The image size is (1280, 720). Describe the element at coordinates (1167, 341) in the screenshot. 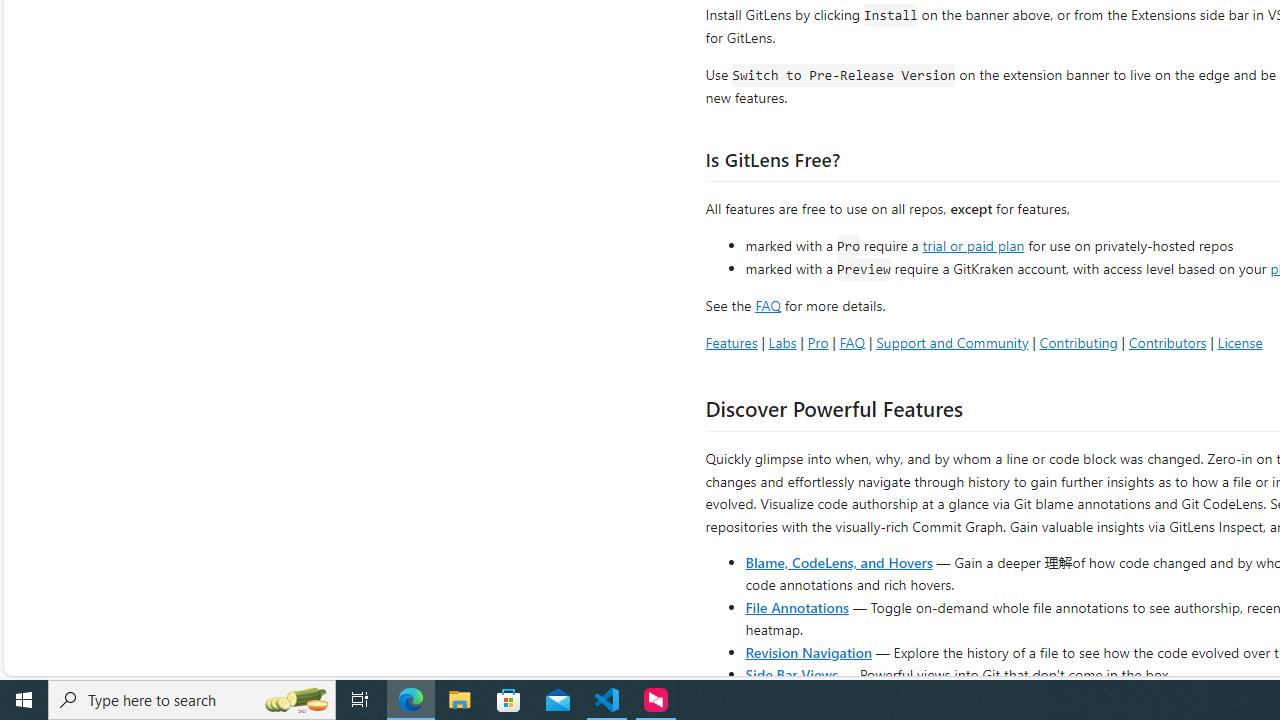

I see `'Contributors'` at that location.